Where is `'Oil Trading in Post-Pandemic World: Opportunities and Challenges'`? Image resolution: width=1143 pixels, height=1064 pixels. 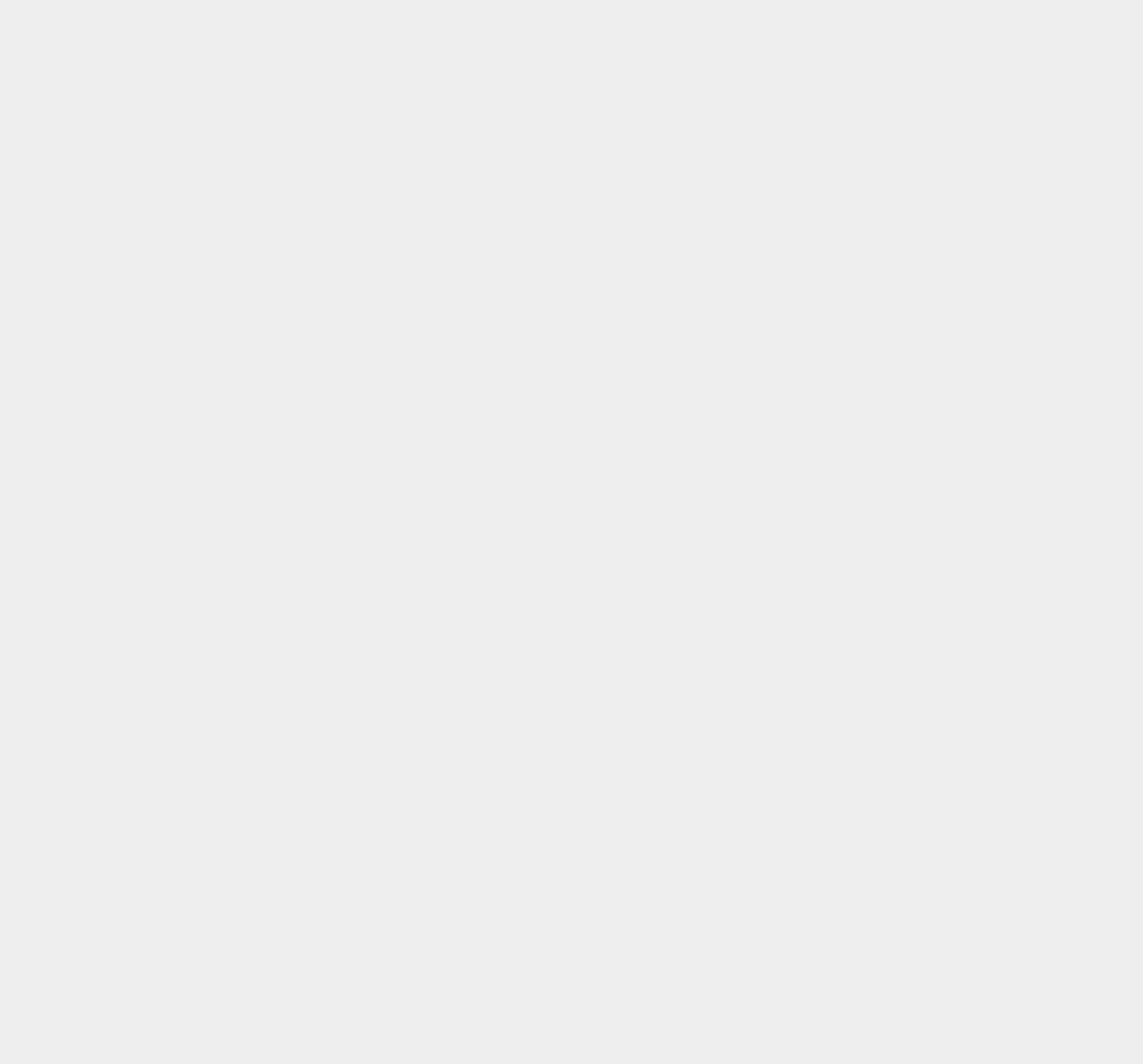
'Oil Trading in Post-Pandemic World: Opportunities and Challenges' is located at coordinates (846, 63).